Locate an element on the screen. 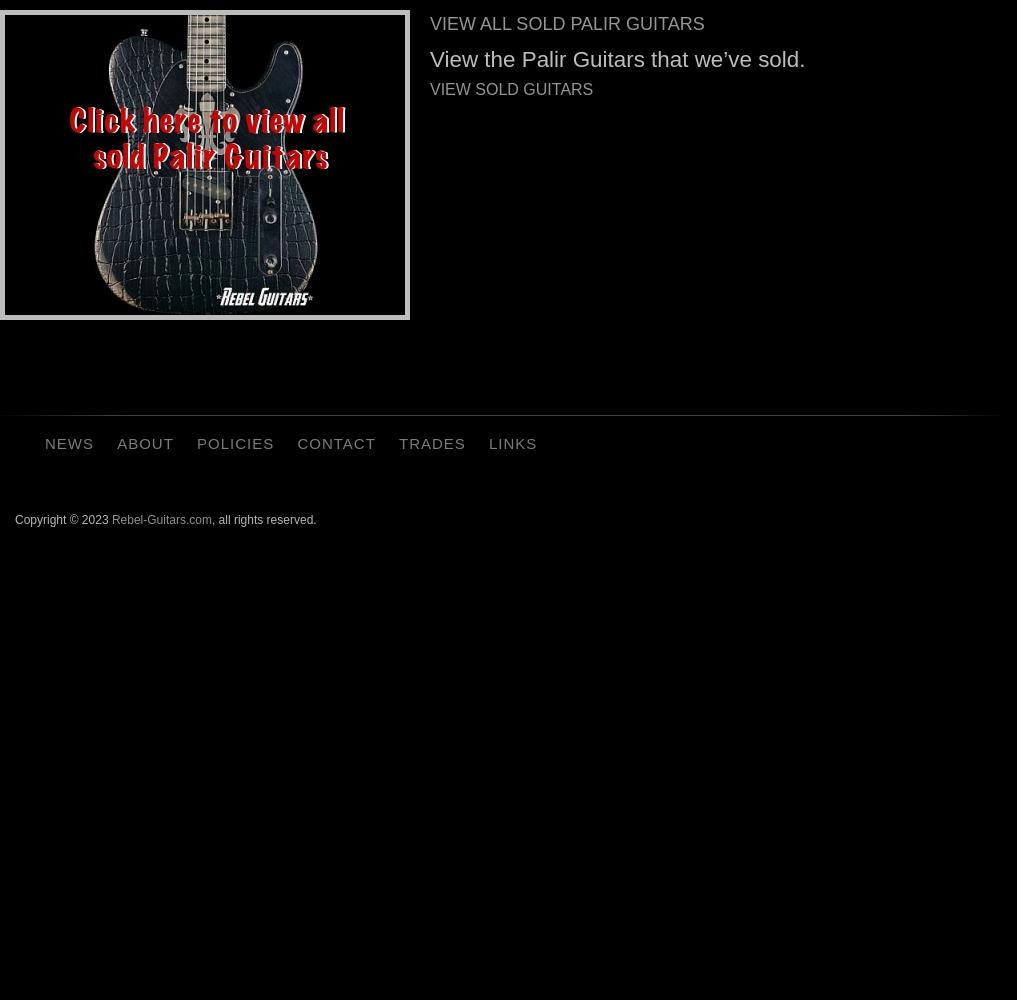  'View Sold Guitars' is located at coordinates (429, 88).